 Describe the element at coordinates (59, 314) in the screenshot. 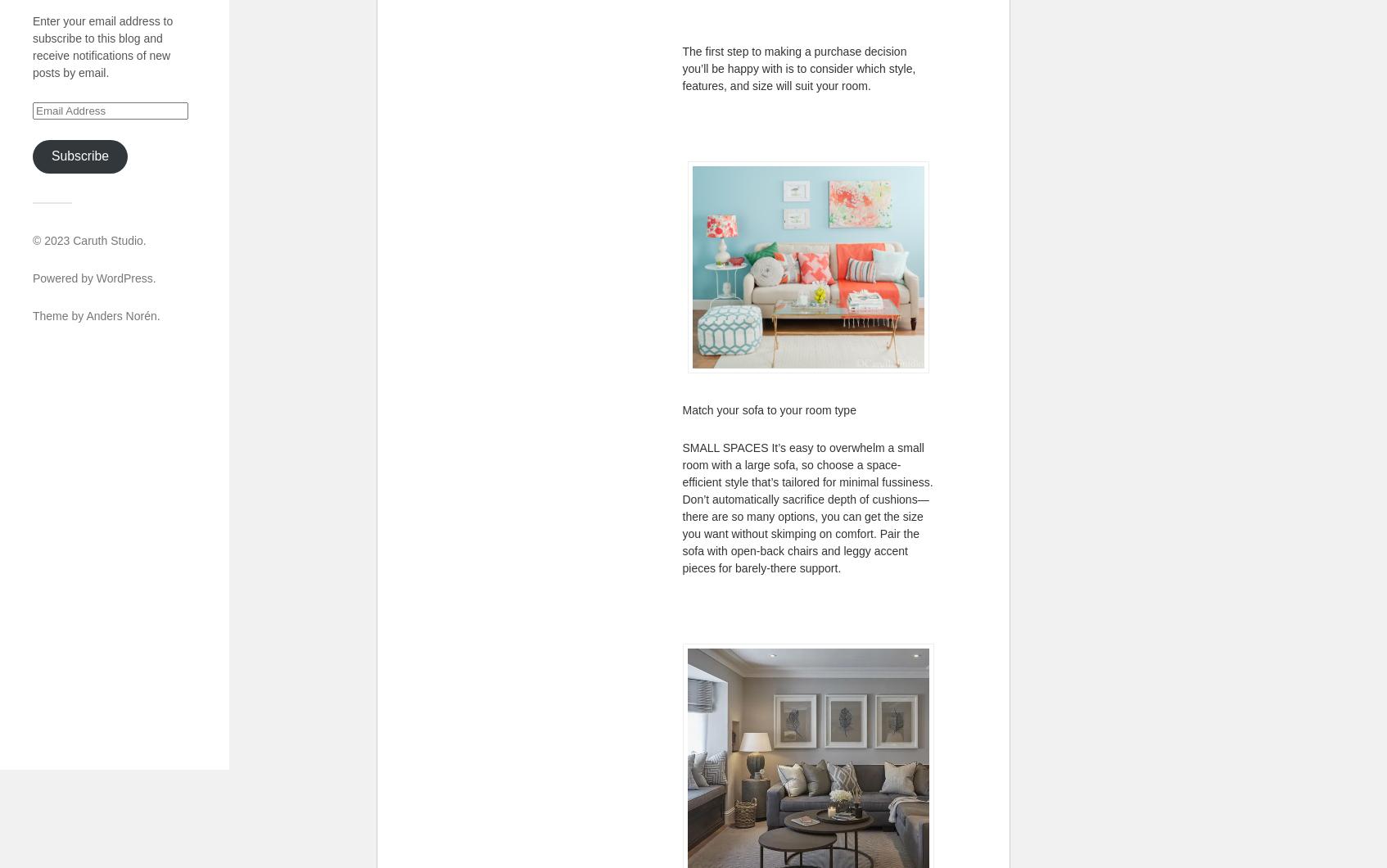

I see `'Theme by'` at that location.